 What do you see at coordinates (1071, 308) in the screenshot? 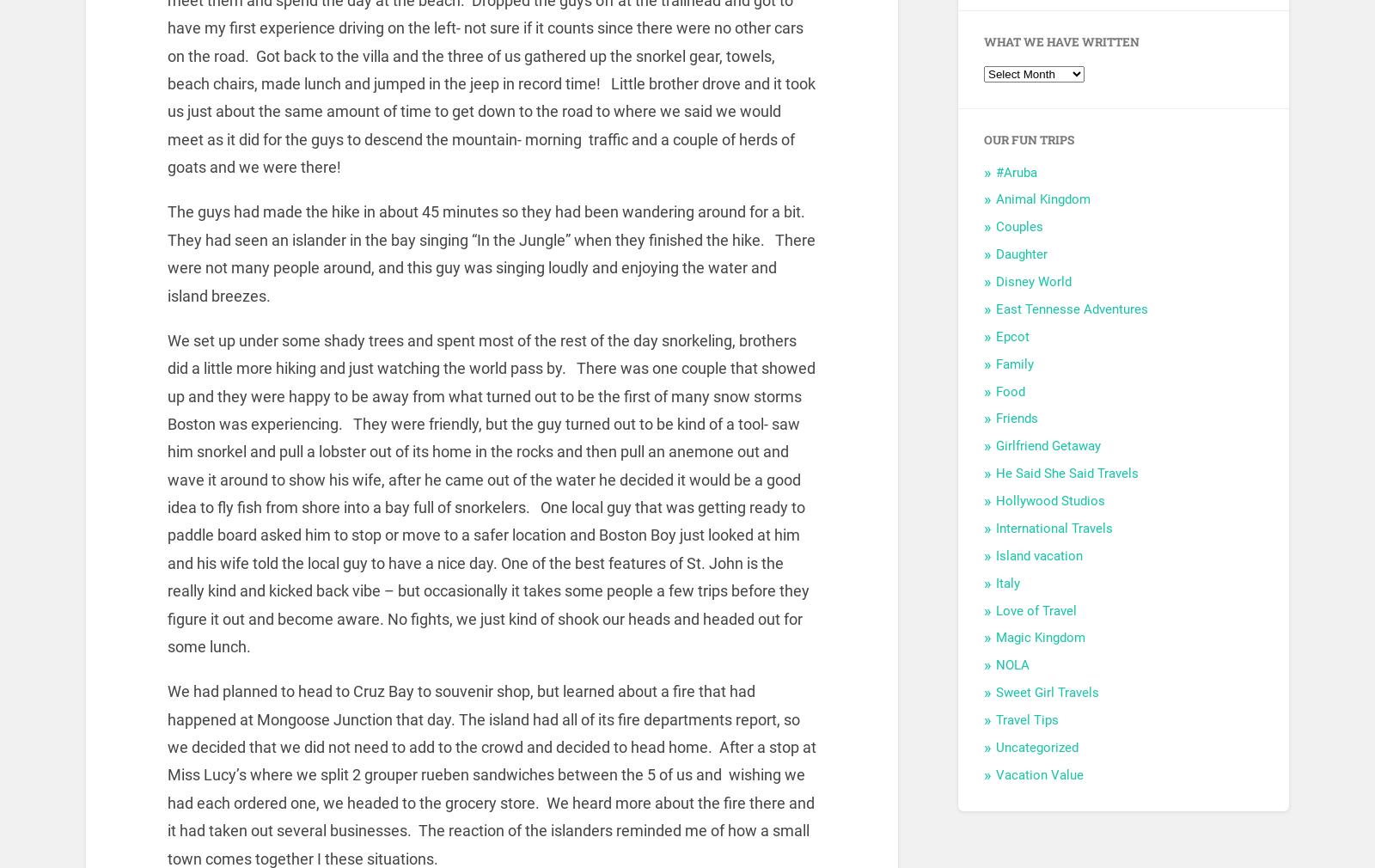
I see `'East Tennesse Adventures'` at bounding box center [1071, 308].